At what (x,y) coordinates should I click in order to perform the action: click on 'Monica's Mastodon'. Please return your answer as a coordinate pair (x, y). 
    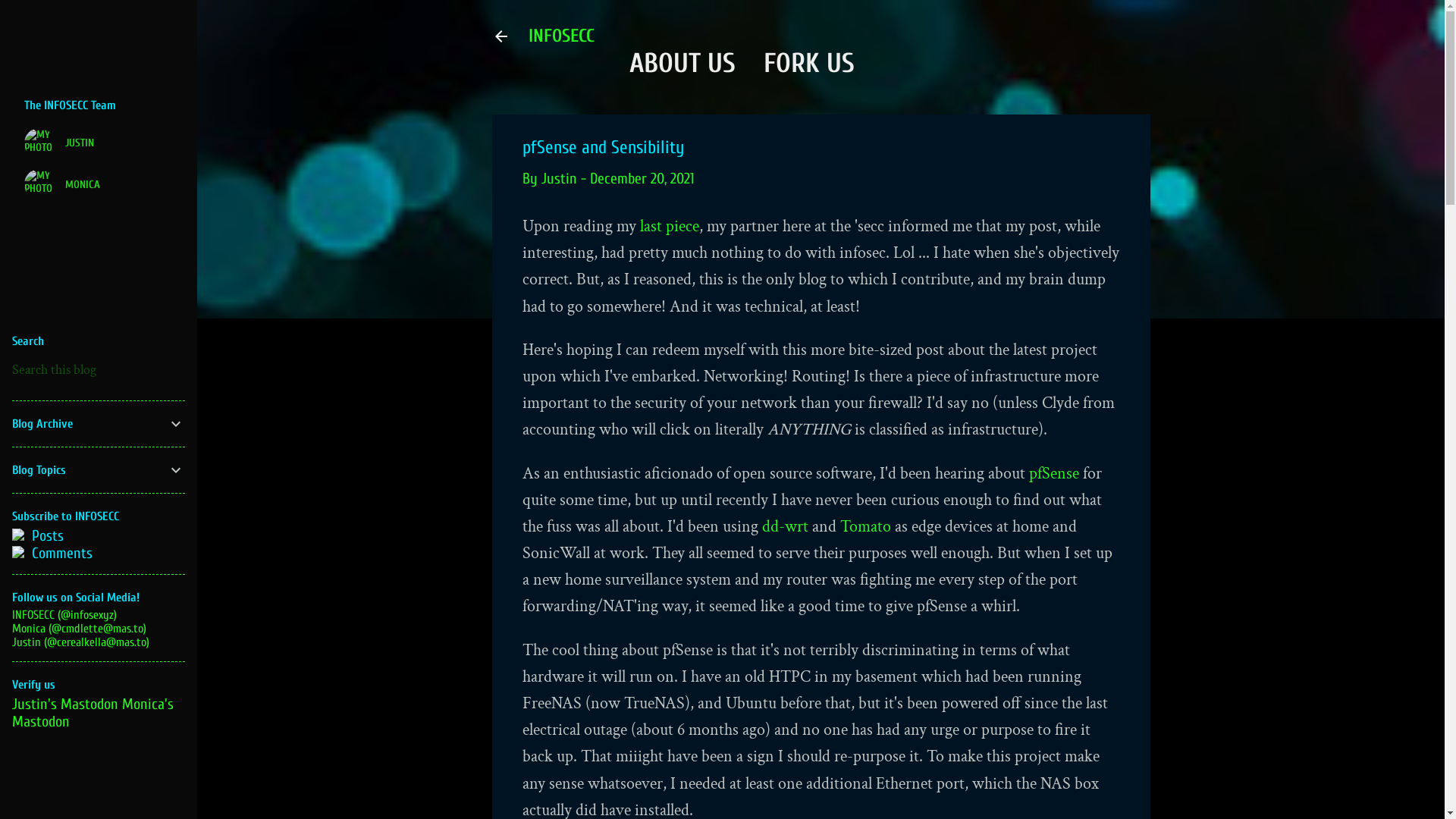
    Looking at the image, I should click on (92, 713).